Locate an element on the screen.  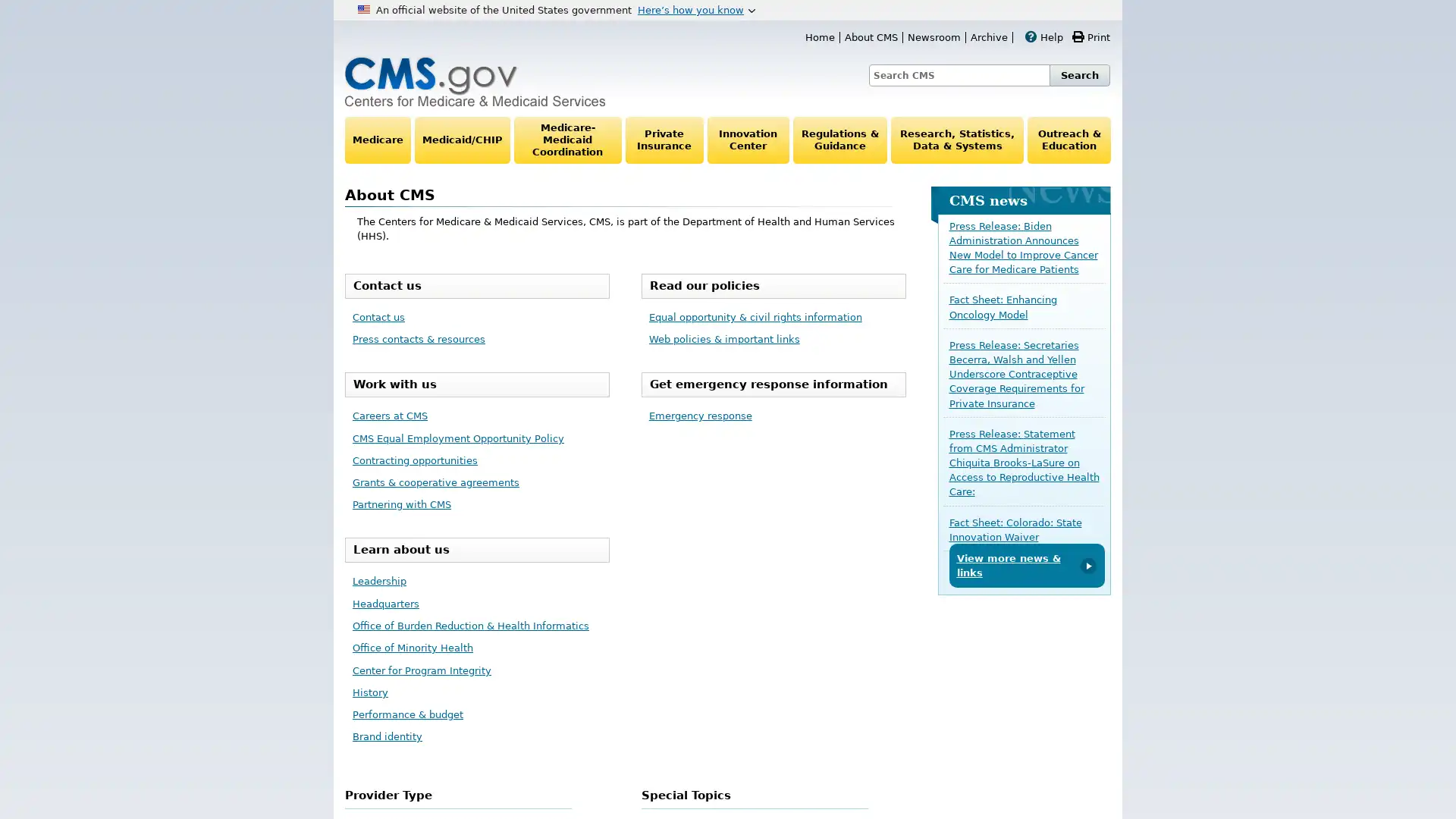
Search is located at coordinates (1079, 75).